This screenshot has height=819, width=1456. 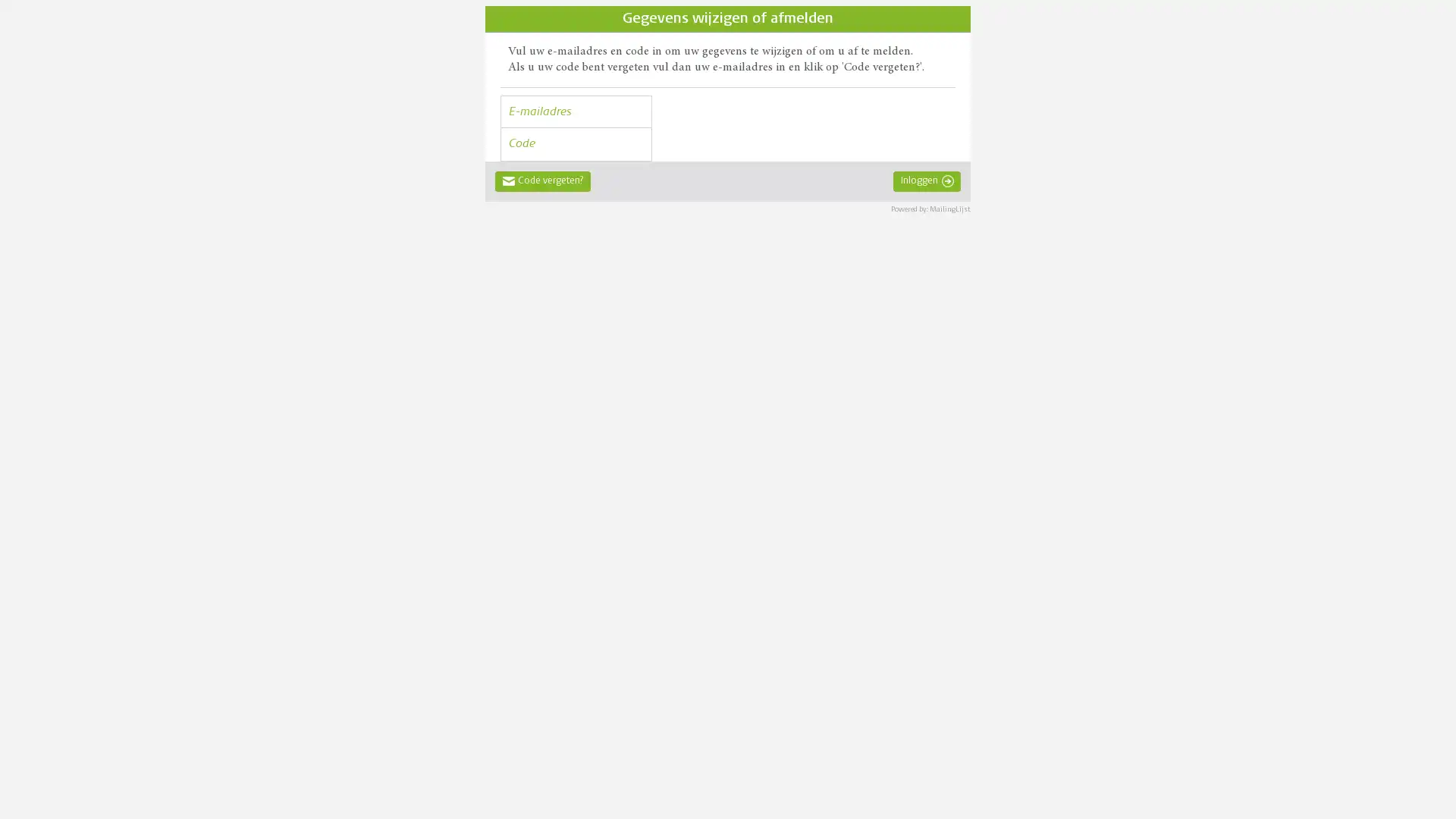 I want to click on Inloggen, so click(x=926, y=180).